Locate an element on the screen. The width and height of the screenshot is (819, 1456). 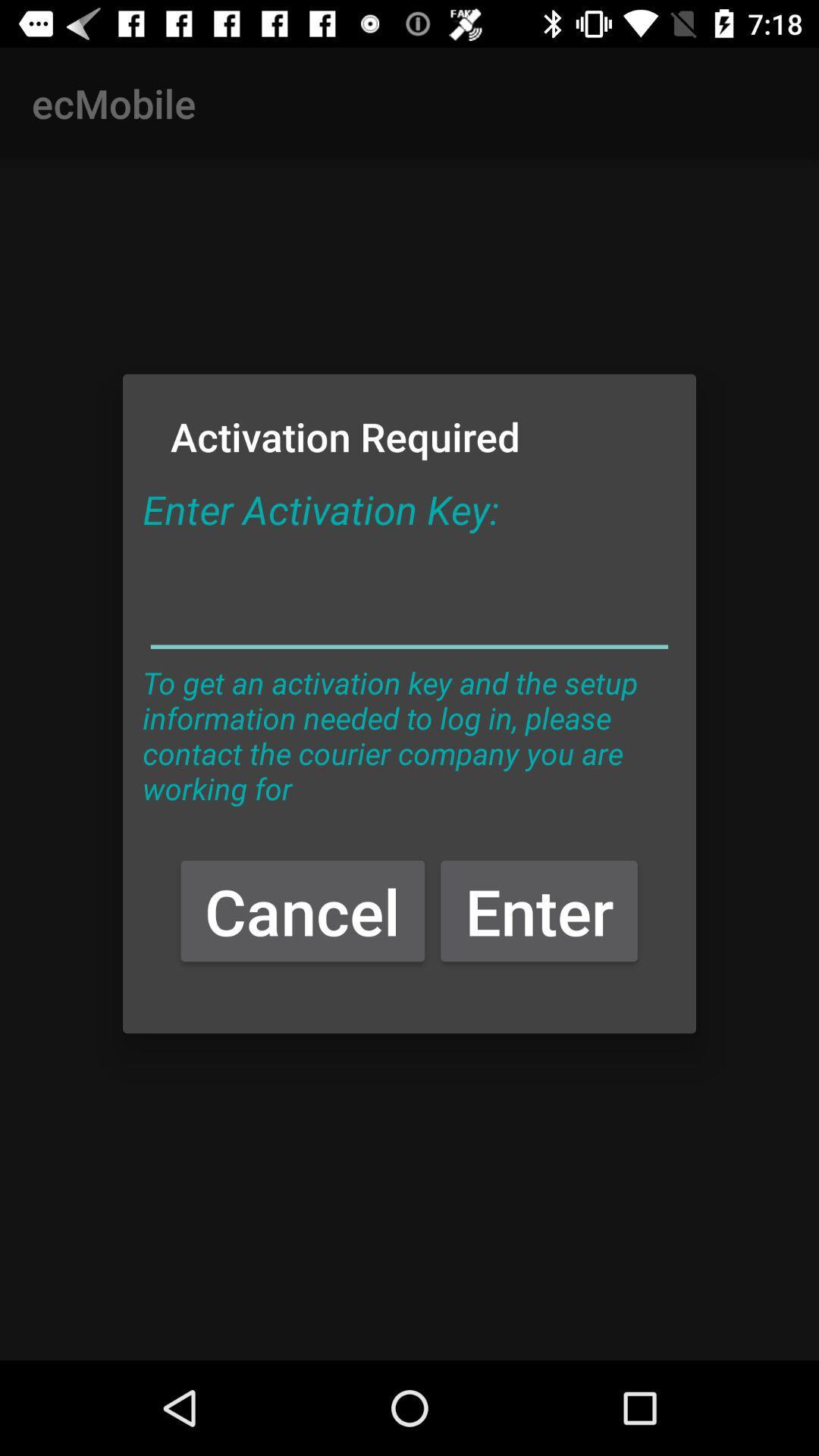
button next to enter item is located at coordinates (303, 910).